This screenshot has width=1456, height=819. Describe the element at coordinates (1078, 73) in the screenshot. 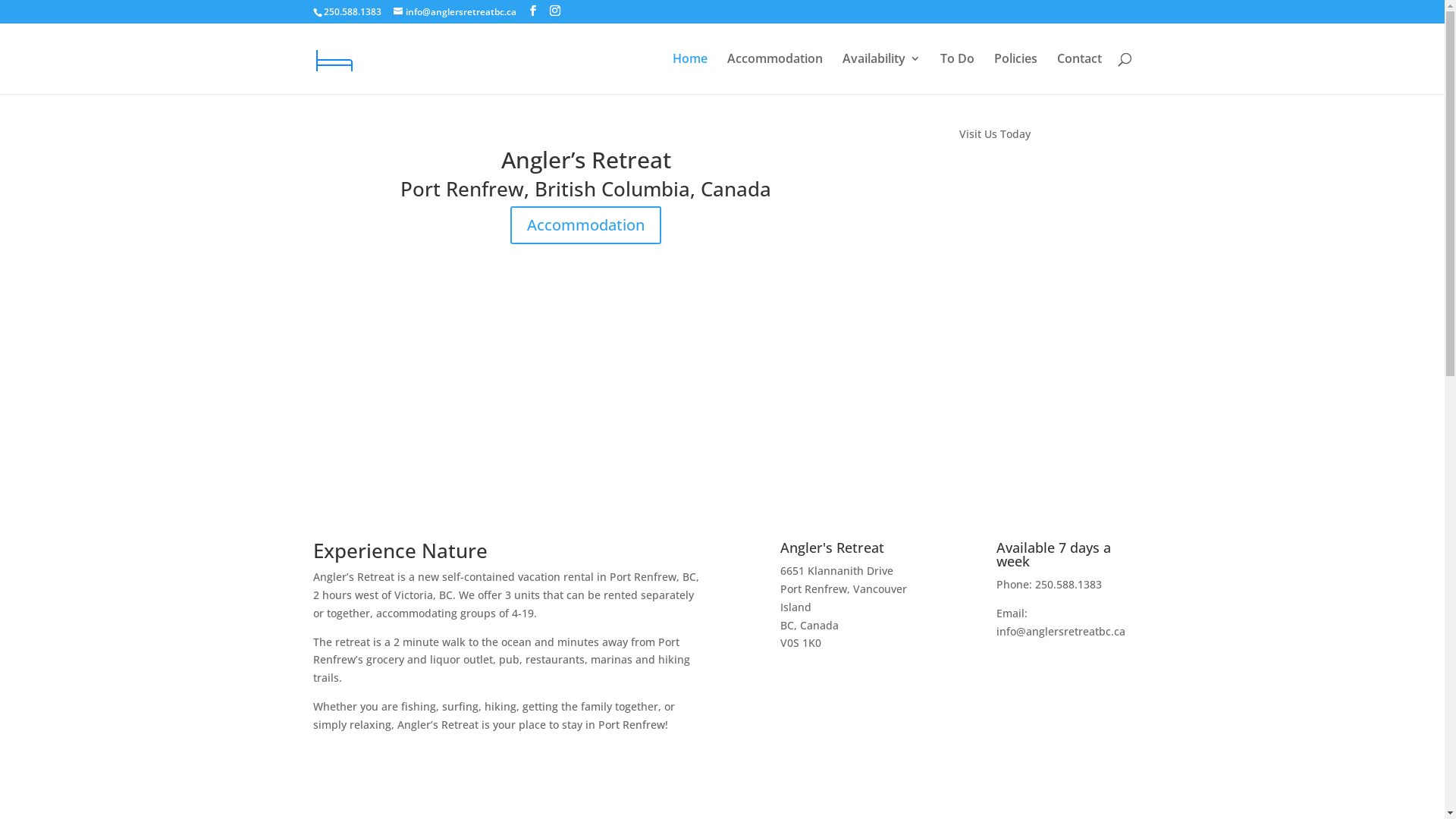

I see `'Contact'` at that location.